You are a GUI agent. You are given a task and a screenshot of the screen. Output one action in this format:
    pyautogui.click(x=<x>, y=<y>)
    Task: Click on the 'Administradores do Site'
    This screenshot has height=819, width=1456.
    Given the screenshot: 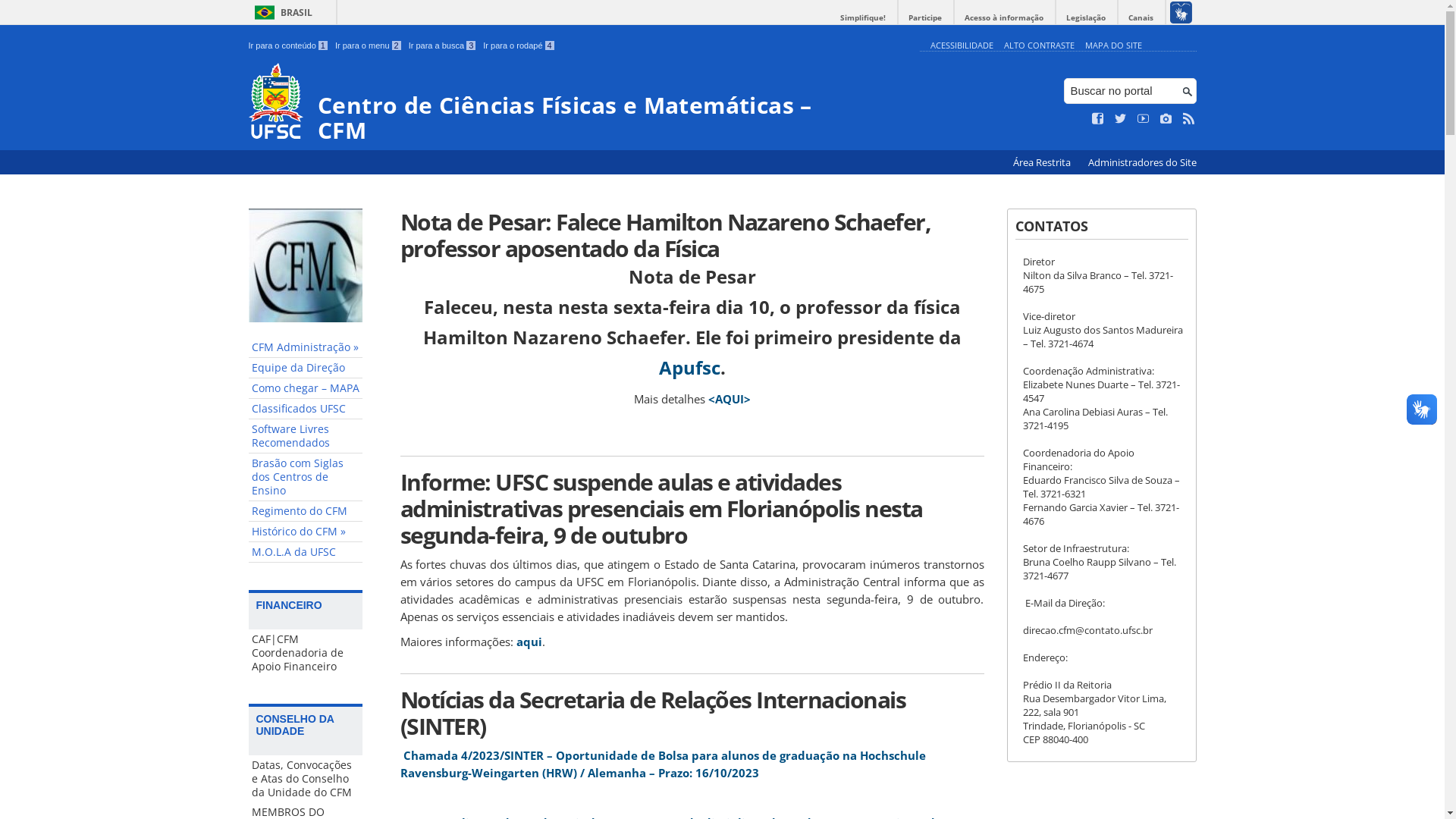 What is the action you would take?
    pyautogui.click(x=1141, y=162)
    